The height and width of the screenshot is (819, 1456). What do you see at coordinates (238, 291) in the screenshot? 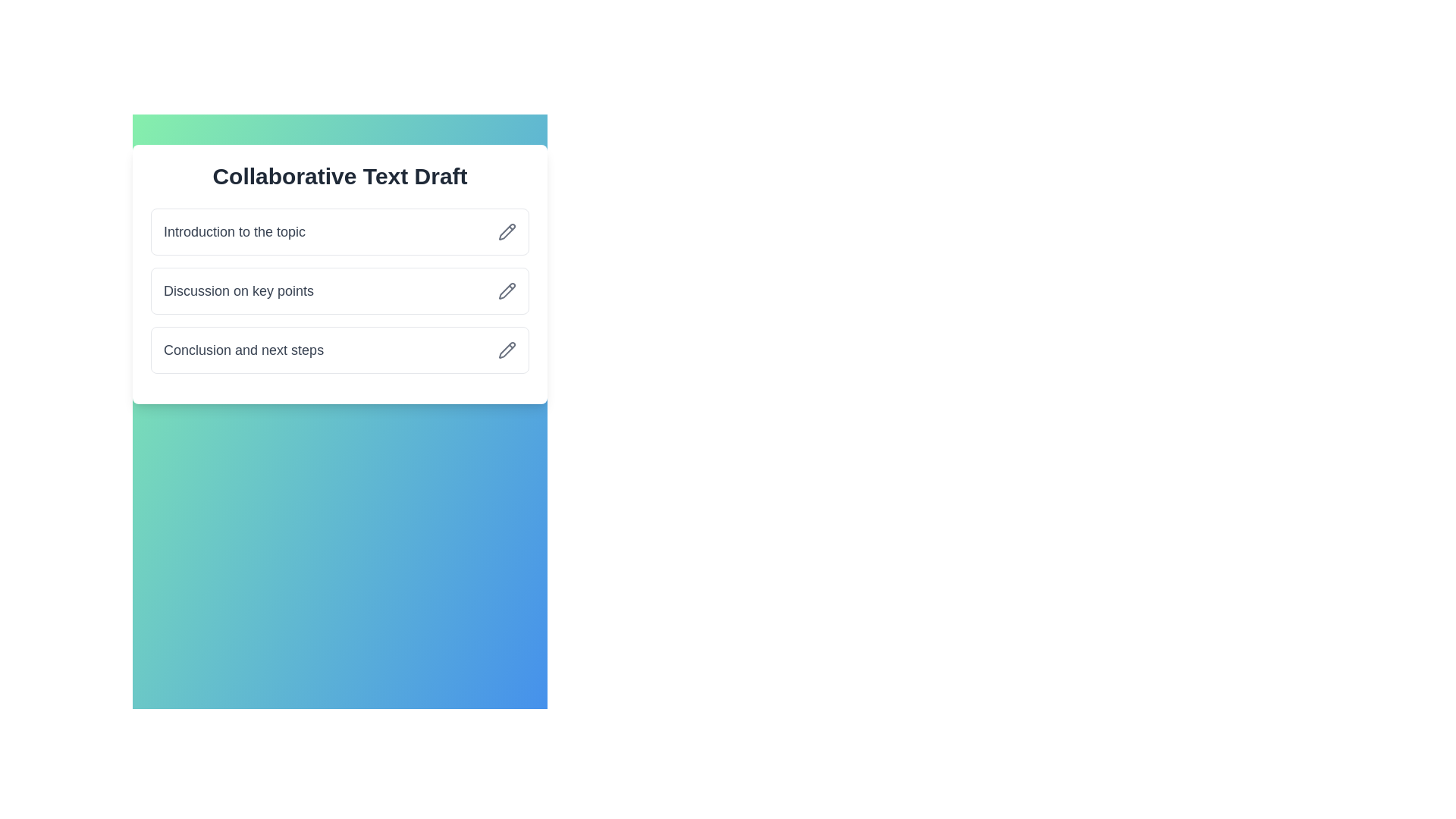
I see `the second text label in the vertical list, which identifies a section between 'Introduction to the topic' and 'Conclusion and next steps.'` at bounding box center [238, 291].